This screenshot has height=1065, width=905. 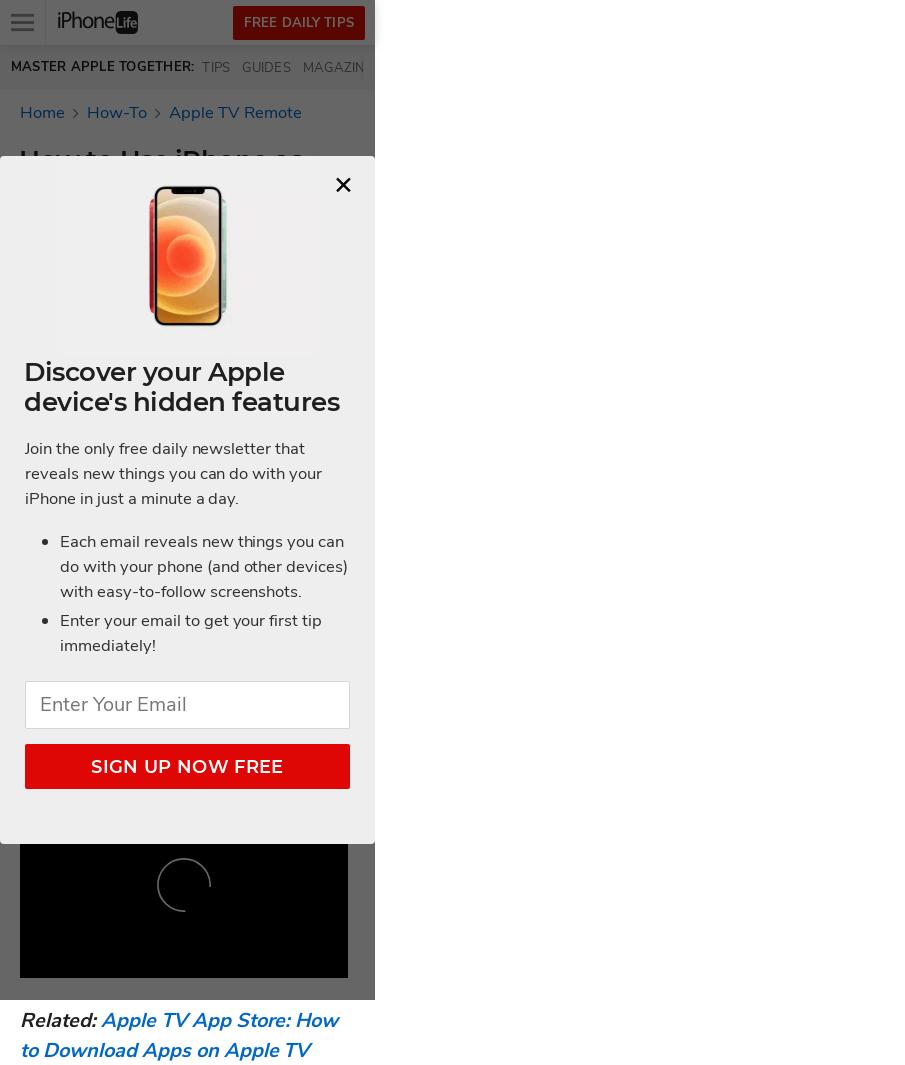 What do you see at coordinates (674, 66) in the screenshot?
I see `'Community'` at bounding box center [674, 66].